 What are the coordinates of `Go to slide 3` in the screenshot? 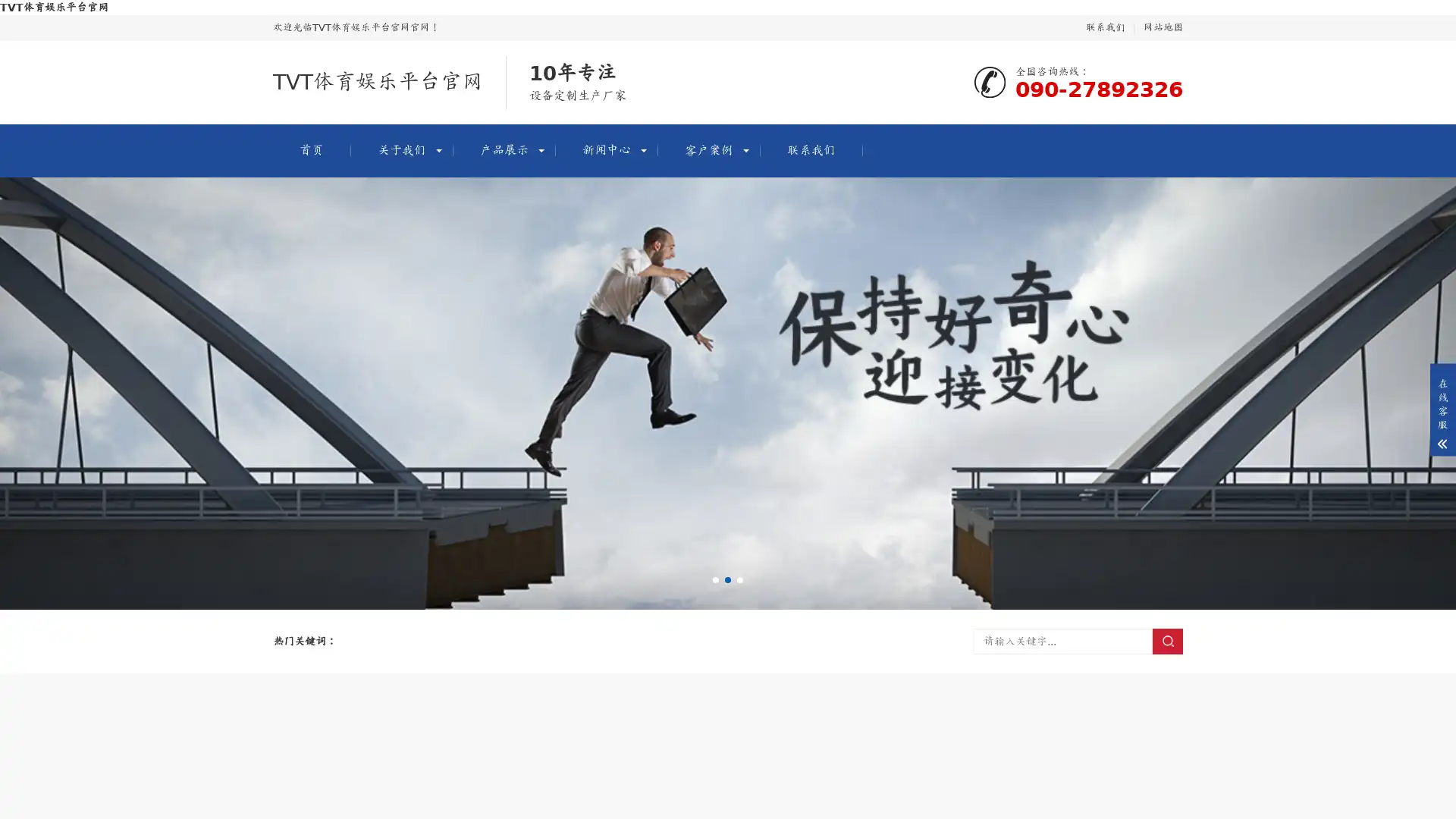 It's located at (739, 579).